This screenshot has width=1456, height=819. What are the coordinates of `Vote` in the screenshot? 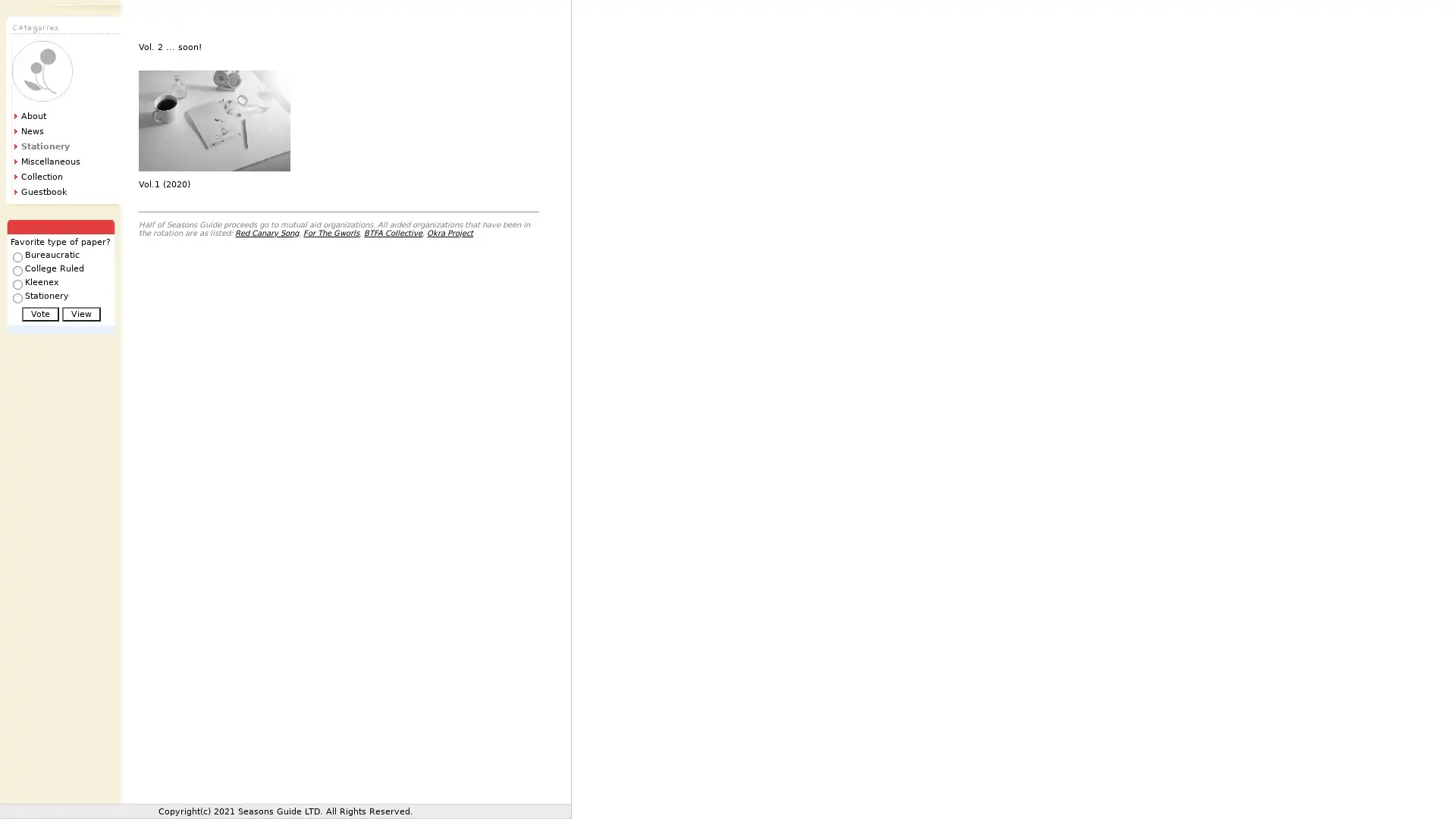 It's located at (39, 313).